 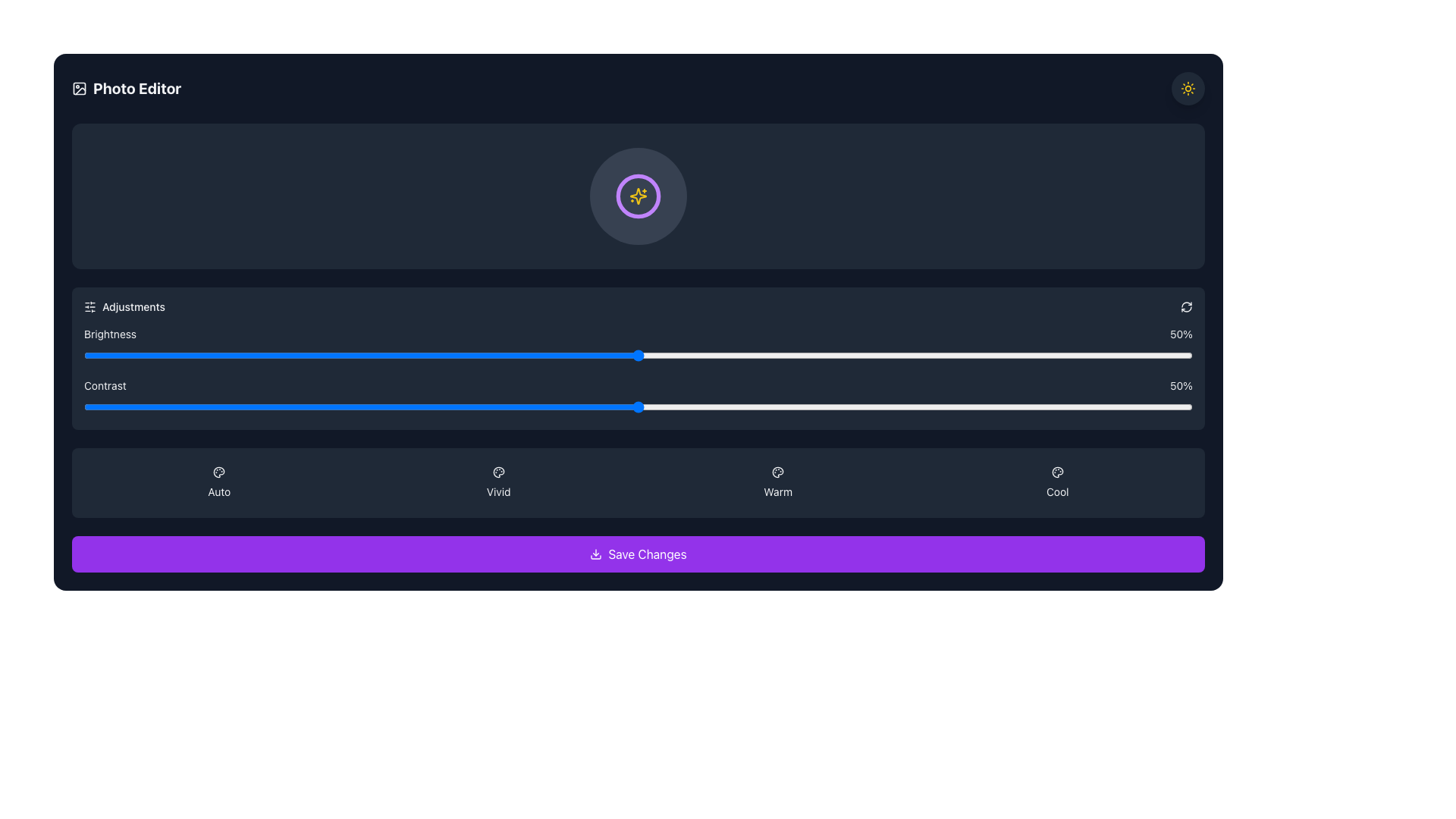 I want to click on contrast, so click(x=783, y=356).